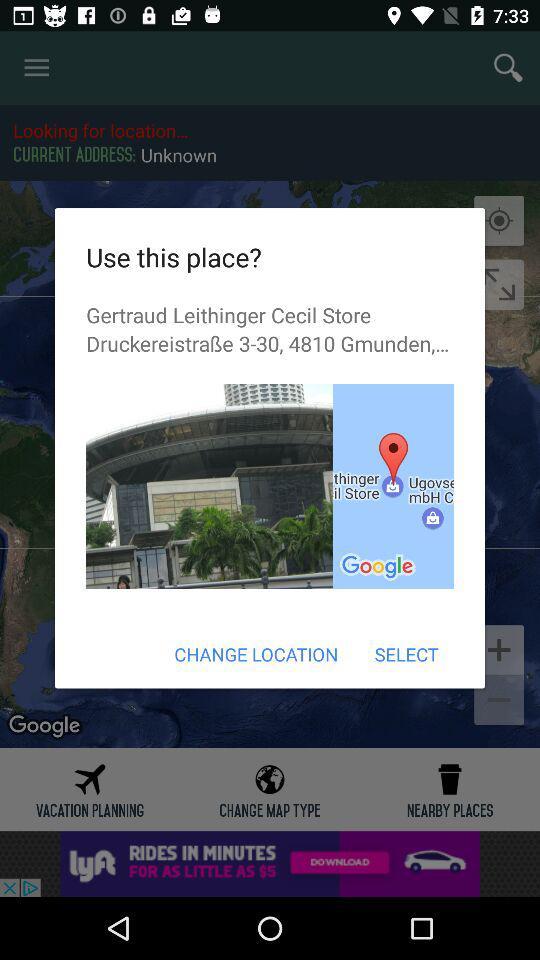 This screenshot has width=540, height=960. What do you see at coordinates (405, 653) in the screenshot?
I see `icon to the right of change location` at bounding box center [405, 653].